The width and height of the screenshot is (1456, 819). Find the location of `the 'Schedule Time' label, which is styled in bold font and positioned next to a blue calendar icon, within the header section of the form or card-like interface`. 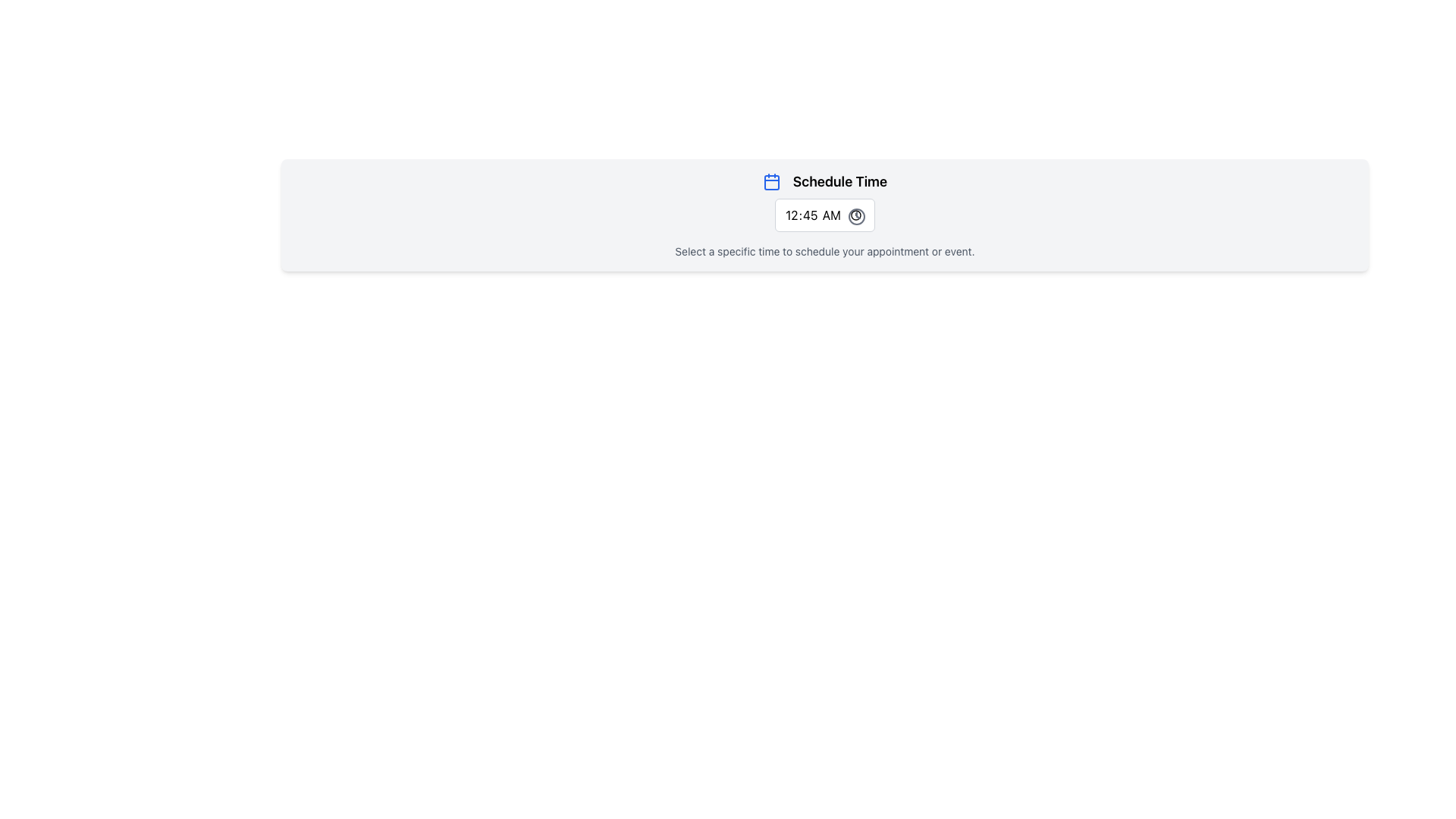

the 'Schedule Time' label, which is styled in bold font and positioned next to a blue calendar icon, within the header section of the form or card-like interface is located at coordinates (824, 180).